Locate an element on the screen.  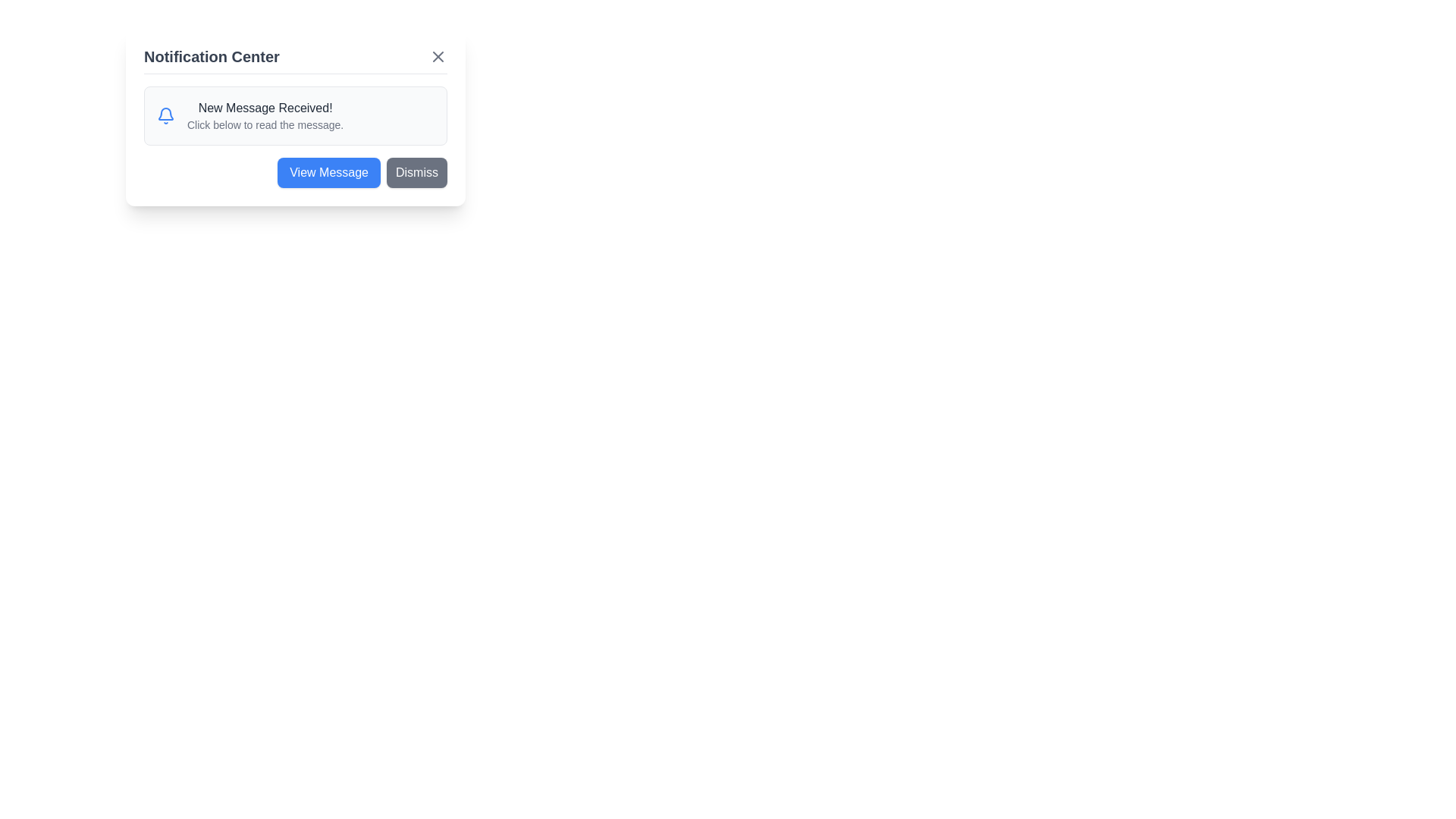
the button that allows the user is located at coordinates (328, 171).